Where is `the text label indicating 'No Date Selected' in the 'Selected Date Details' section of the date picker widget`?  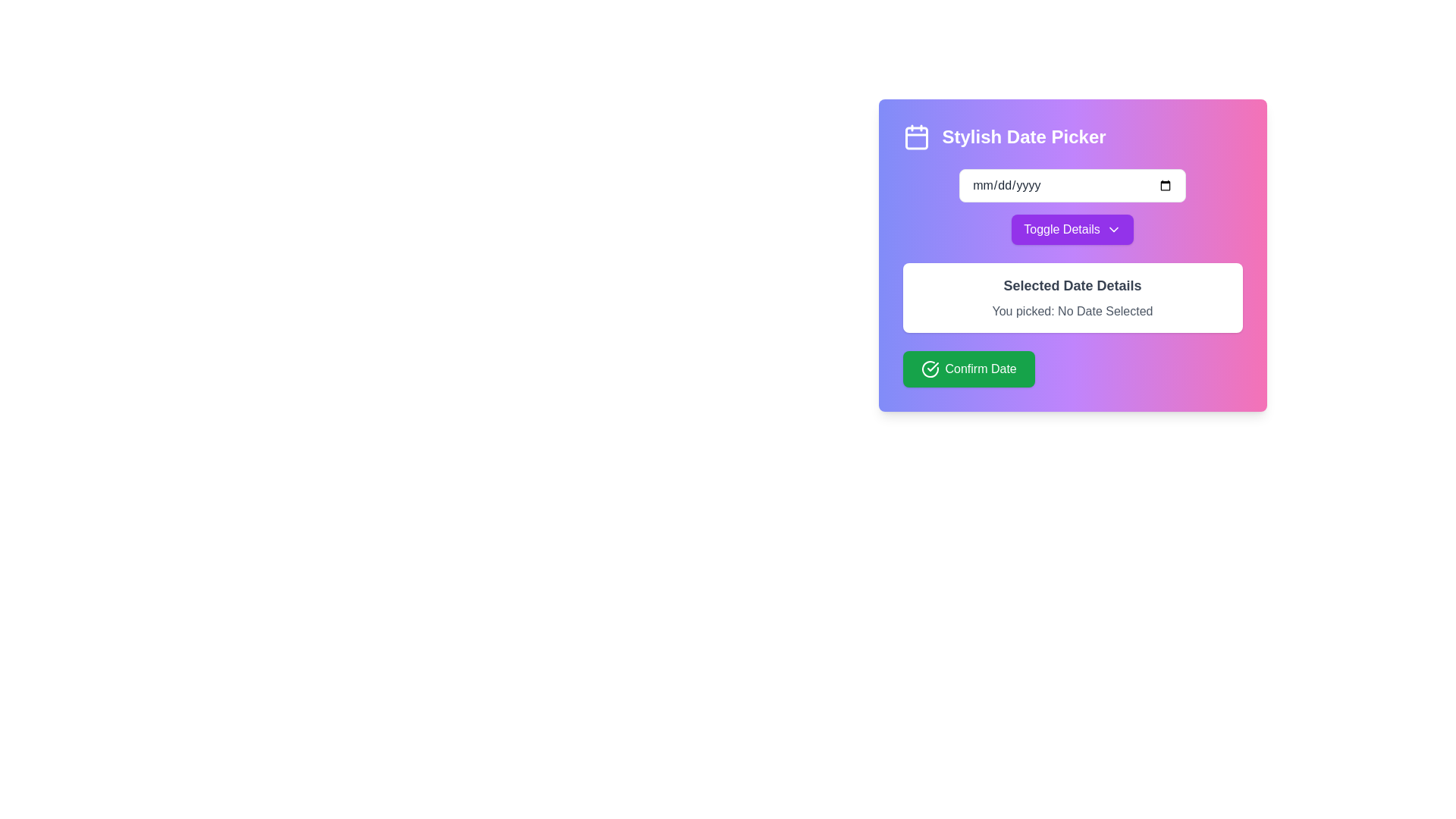 the text label indicating 'No Date Selected' in the 'Selected Date Details' section of the date picker widget is located at coordinates (1105, 310).